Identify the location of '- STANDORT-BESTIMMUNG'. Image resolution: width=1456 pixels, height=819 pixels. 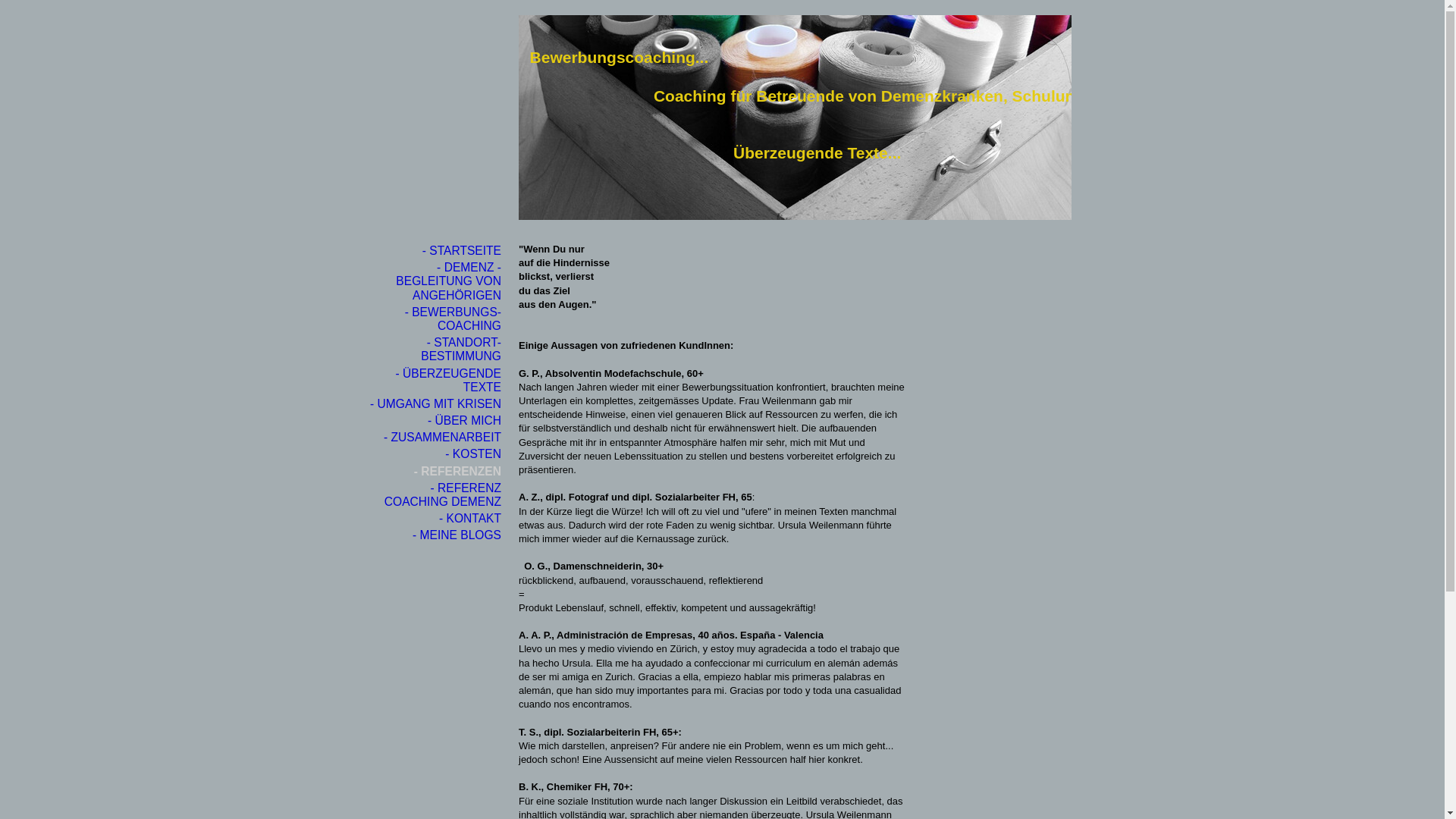
(435, 350).